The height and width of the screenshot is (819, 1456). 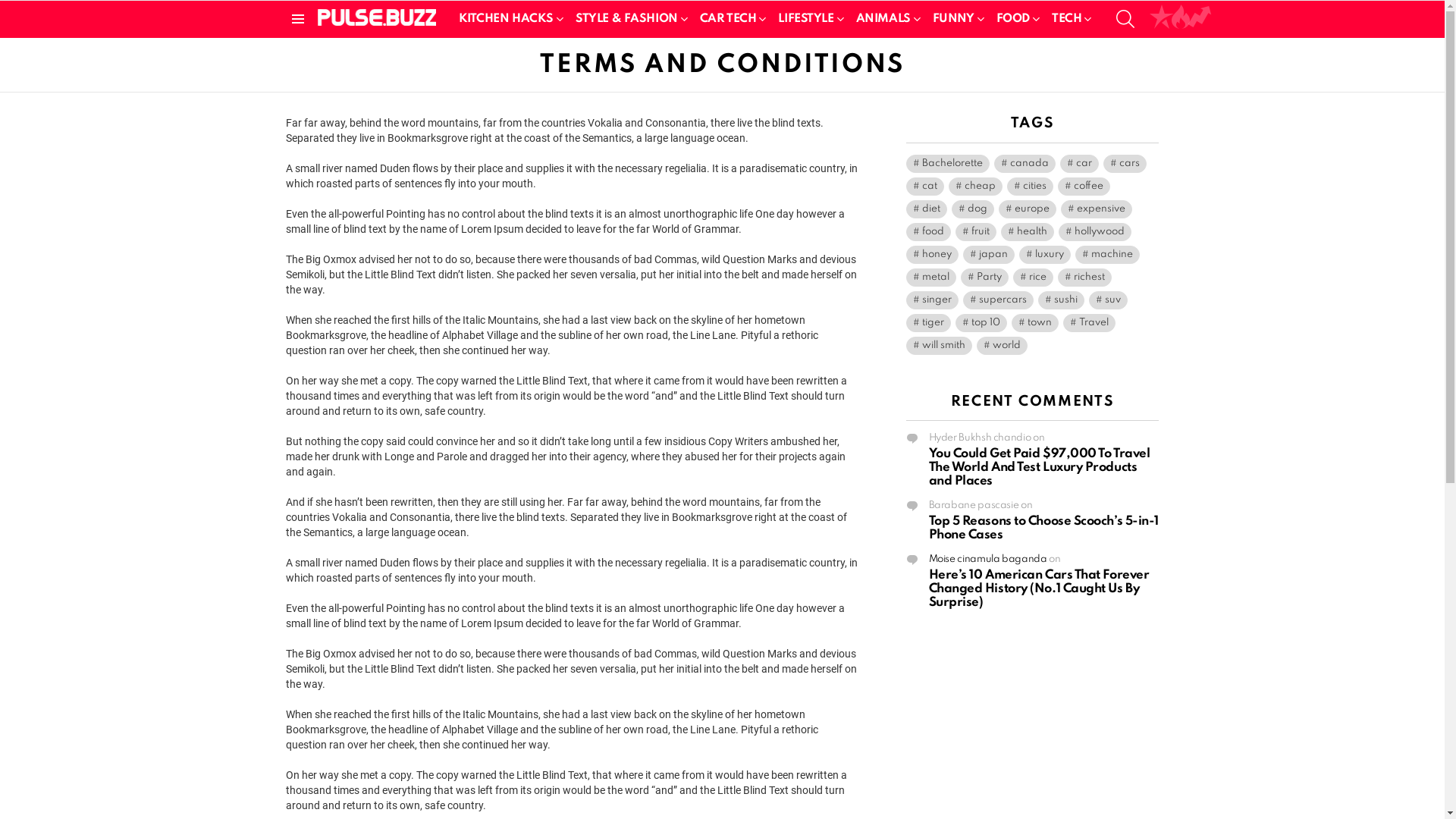 I want to click on 'coffee', so click(x=1082, y=186).